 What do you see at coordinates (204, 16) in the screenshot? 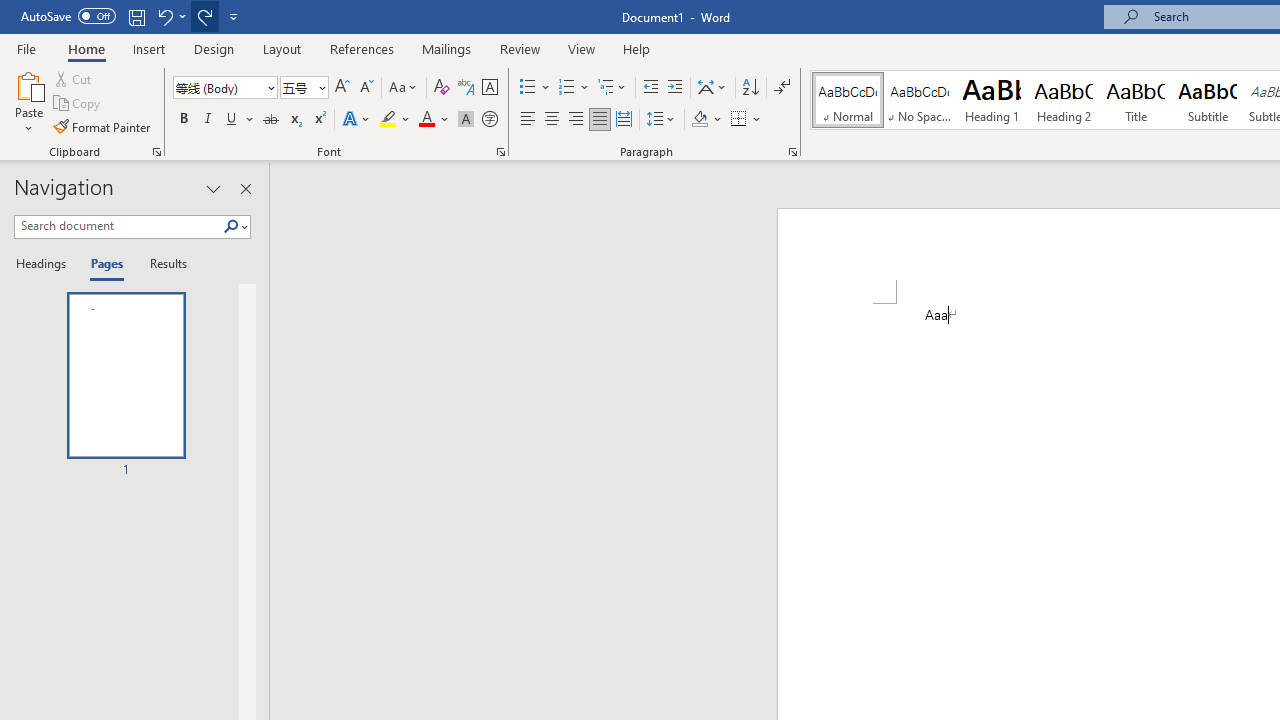
I see `'Redo Style'` at bounding box center [204, 16].